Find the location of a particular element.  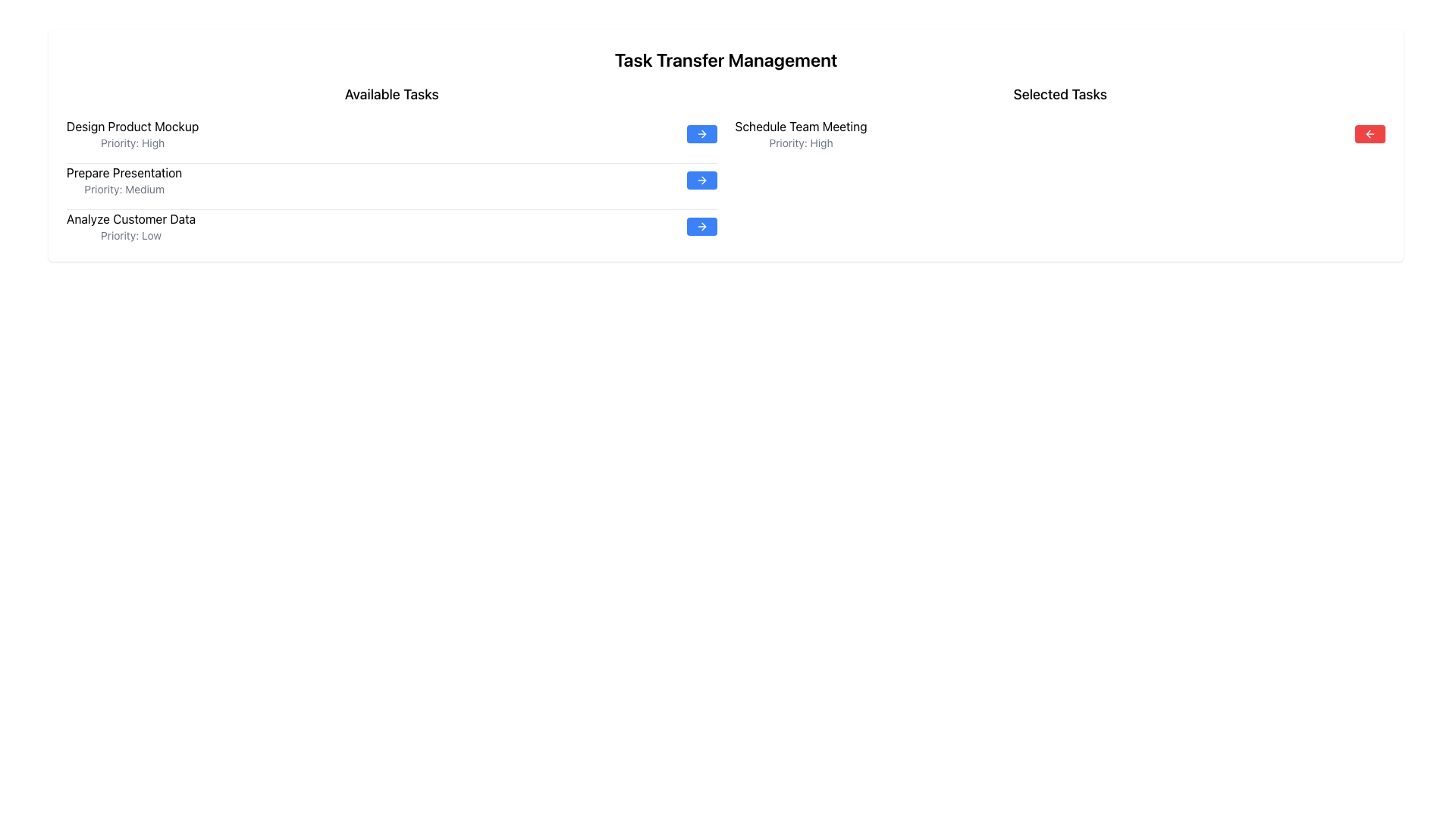

the blue button with a white right arrow icon located in the 'Available Tasks' section under the 'Design Product Mockup' row to observe any hover effects is located at coordinates (701, 133).